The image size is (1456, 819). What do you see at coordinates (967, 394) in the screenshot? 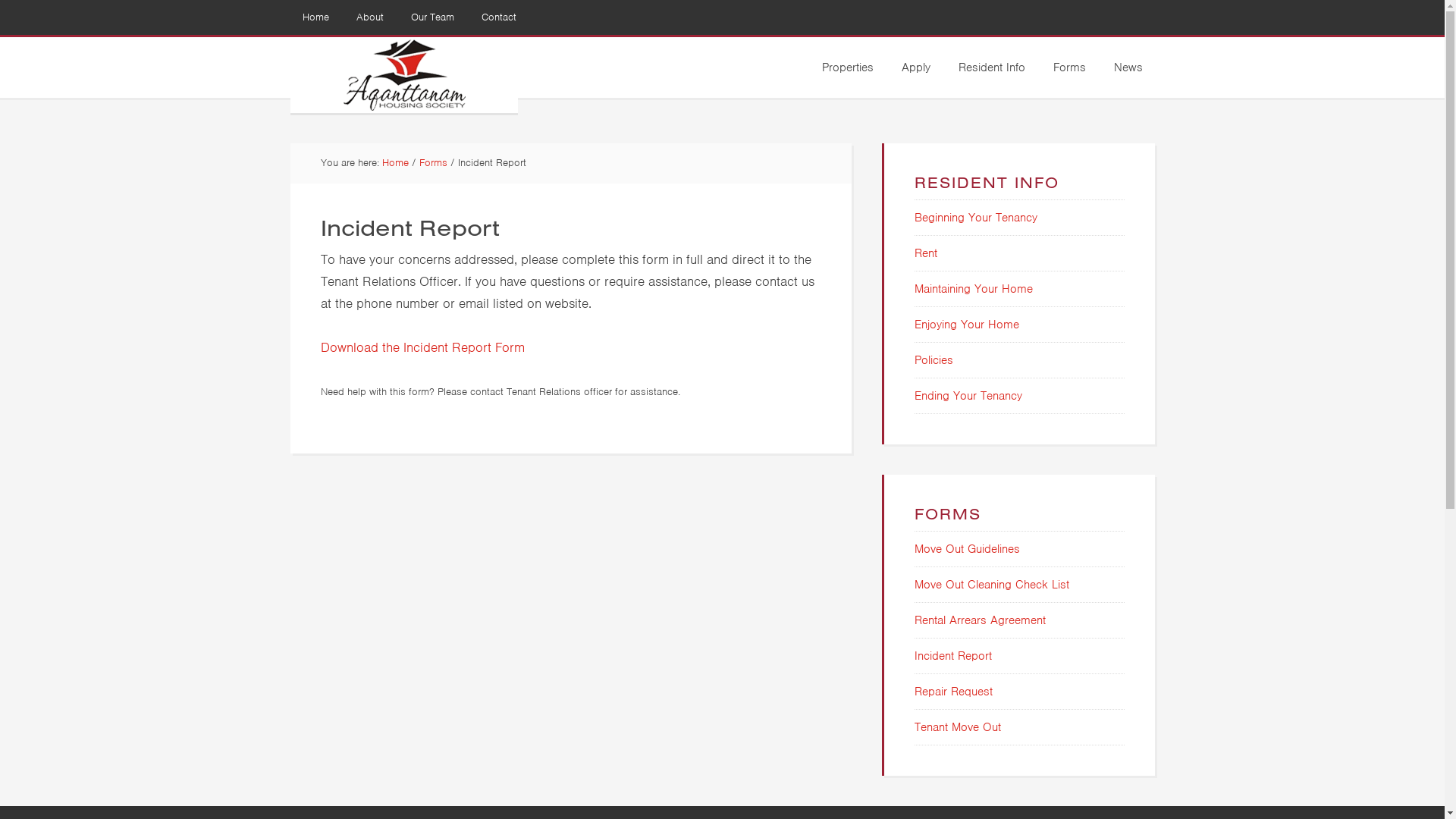
I see `'Ending Your Tenancy'` at bounding box center [967, 394].